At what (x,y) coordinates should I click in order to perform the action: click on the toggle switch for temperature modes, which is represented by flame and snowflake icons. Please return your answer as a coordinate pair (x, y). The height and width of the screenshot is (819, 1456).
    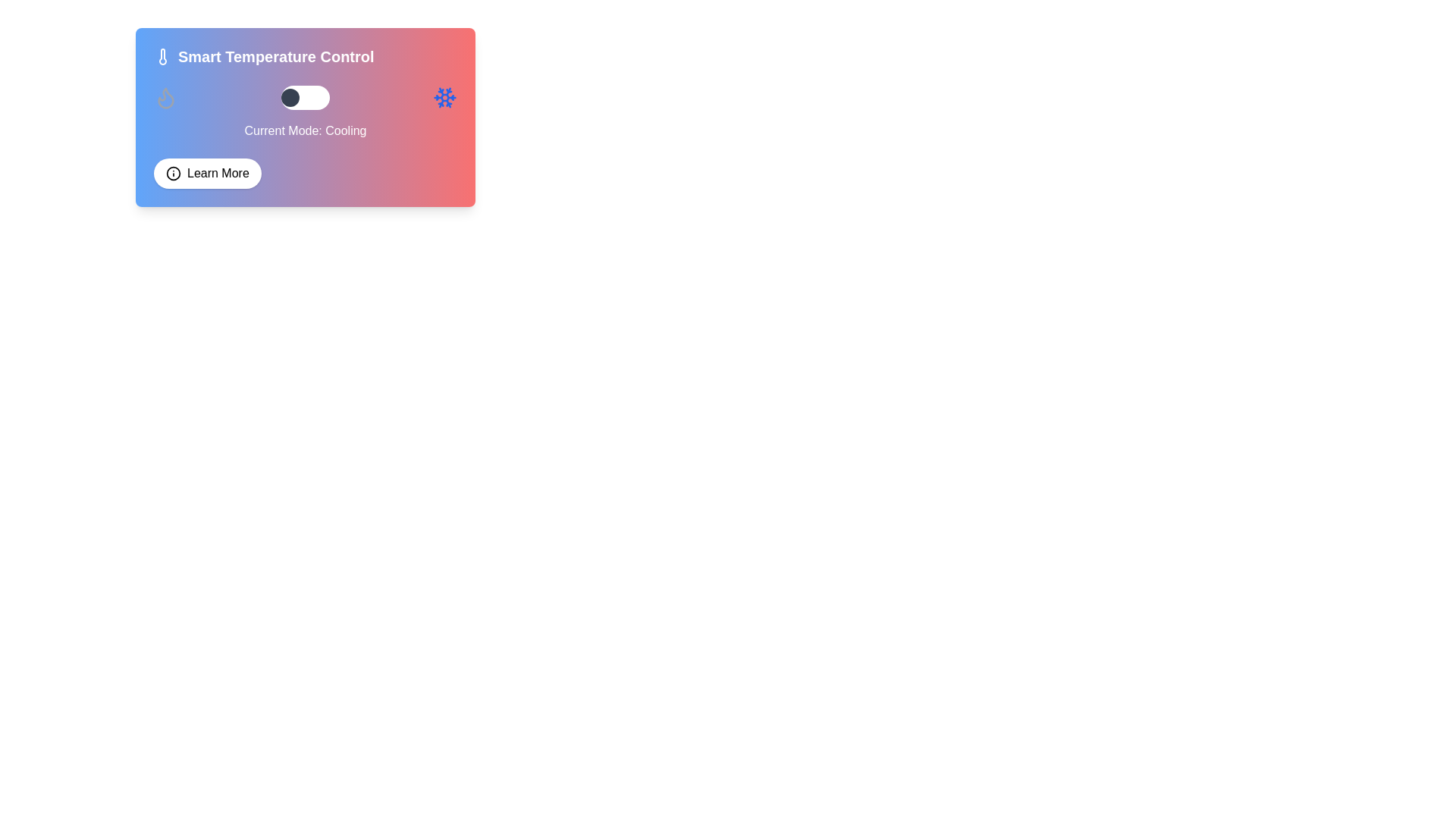
    Looking at the image, I should click on (305, 97).